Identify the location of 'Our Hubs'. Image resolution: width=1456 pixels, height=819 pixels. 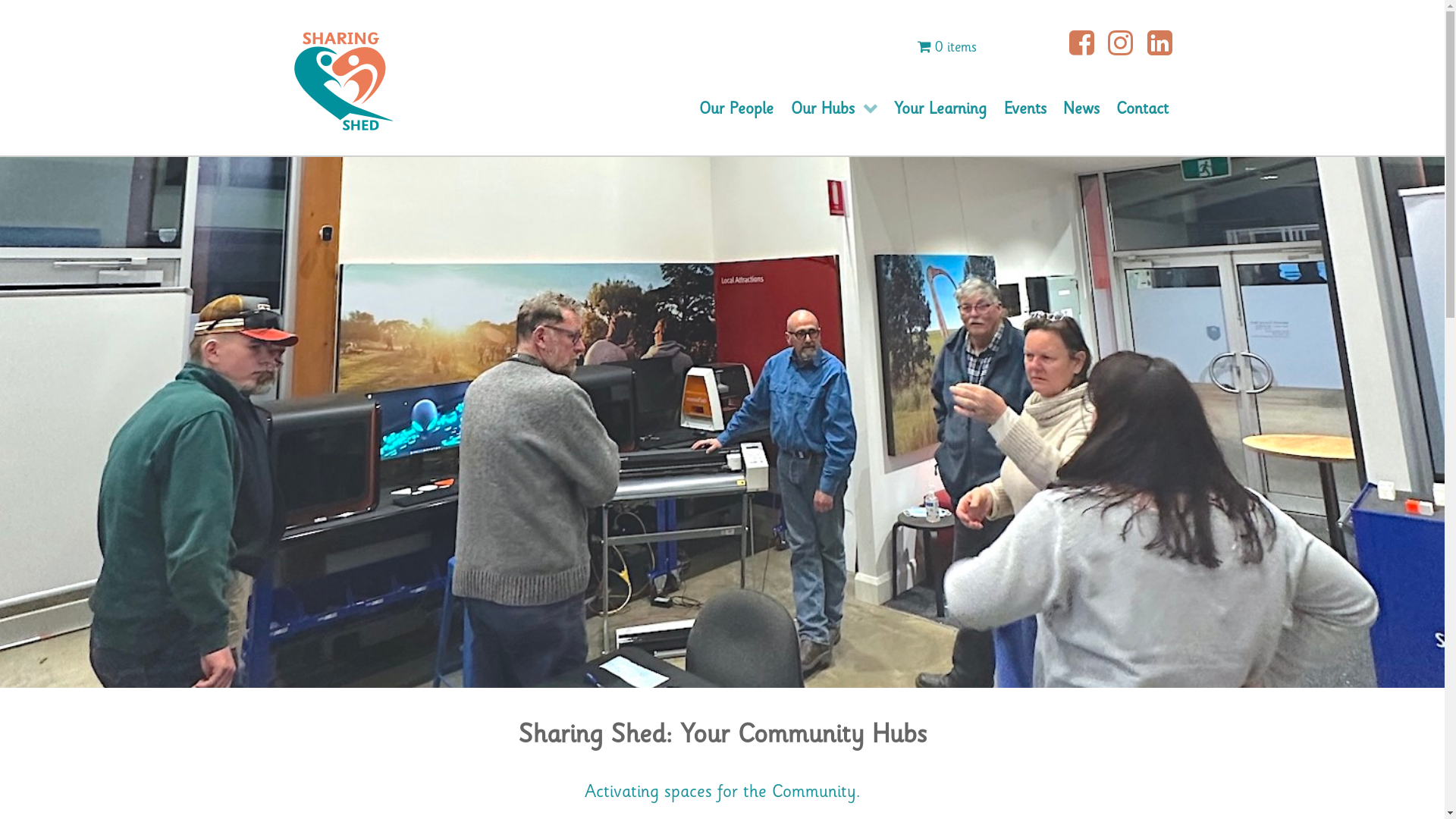
(833, 108).